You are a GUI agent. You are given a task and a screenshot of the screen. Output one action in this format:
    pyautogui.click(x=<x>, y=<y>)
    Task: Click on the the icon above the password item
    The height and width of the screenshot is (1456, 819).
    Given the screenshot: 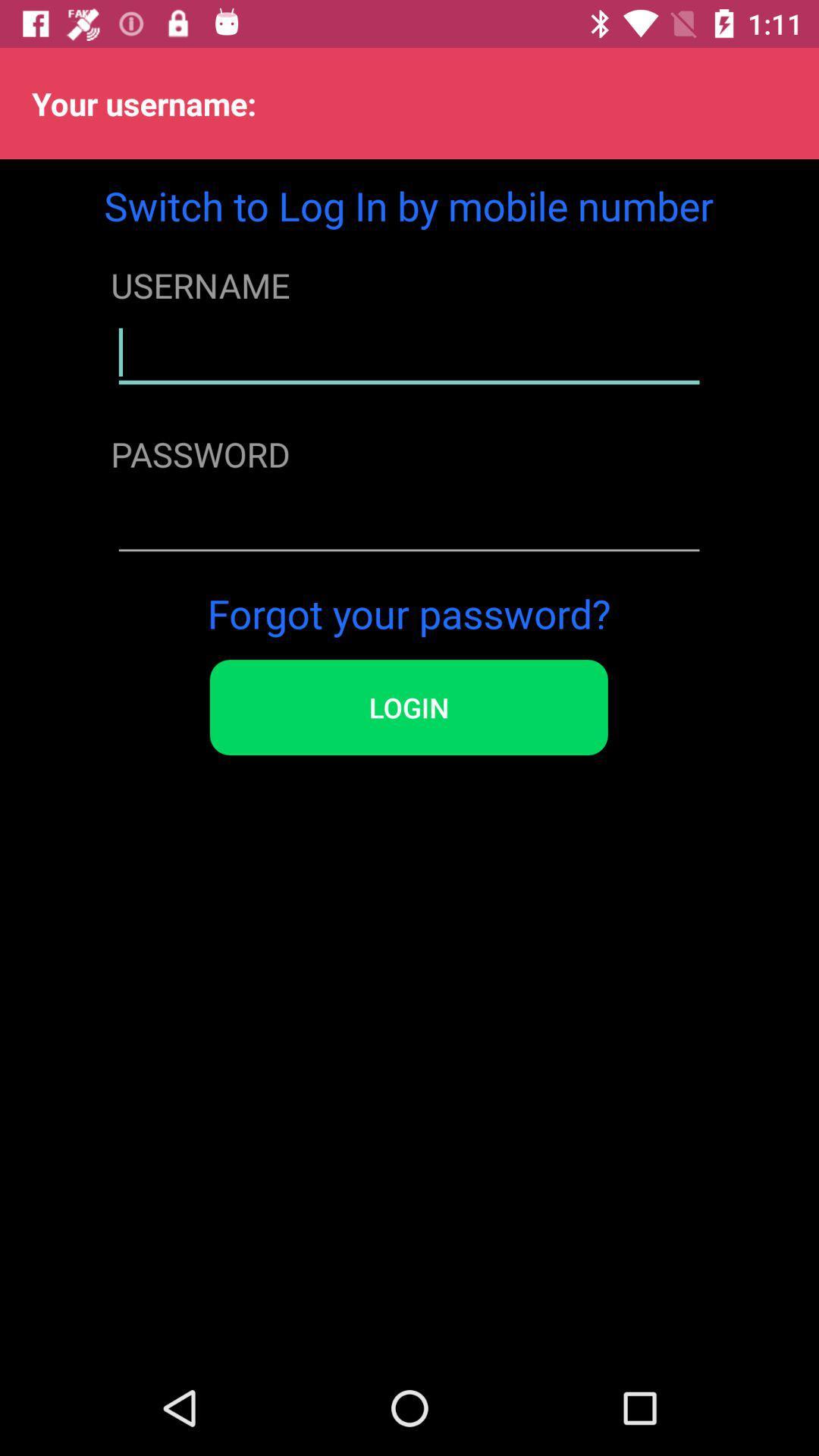 What is the action you would take?
    pyautogui.click(x=408, y=352)
    